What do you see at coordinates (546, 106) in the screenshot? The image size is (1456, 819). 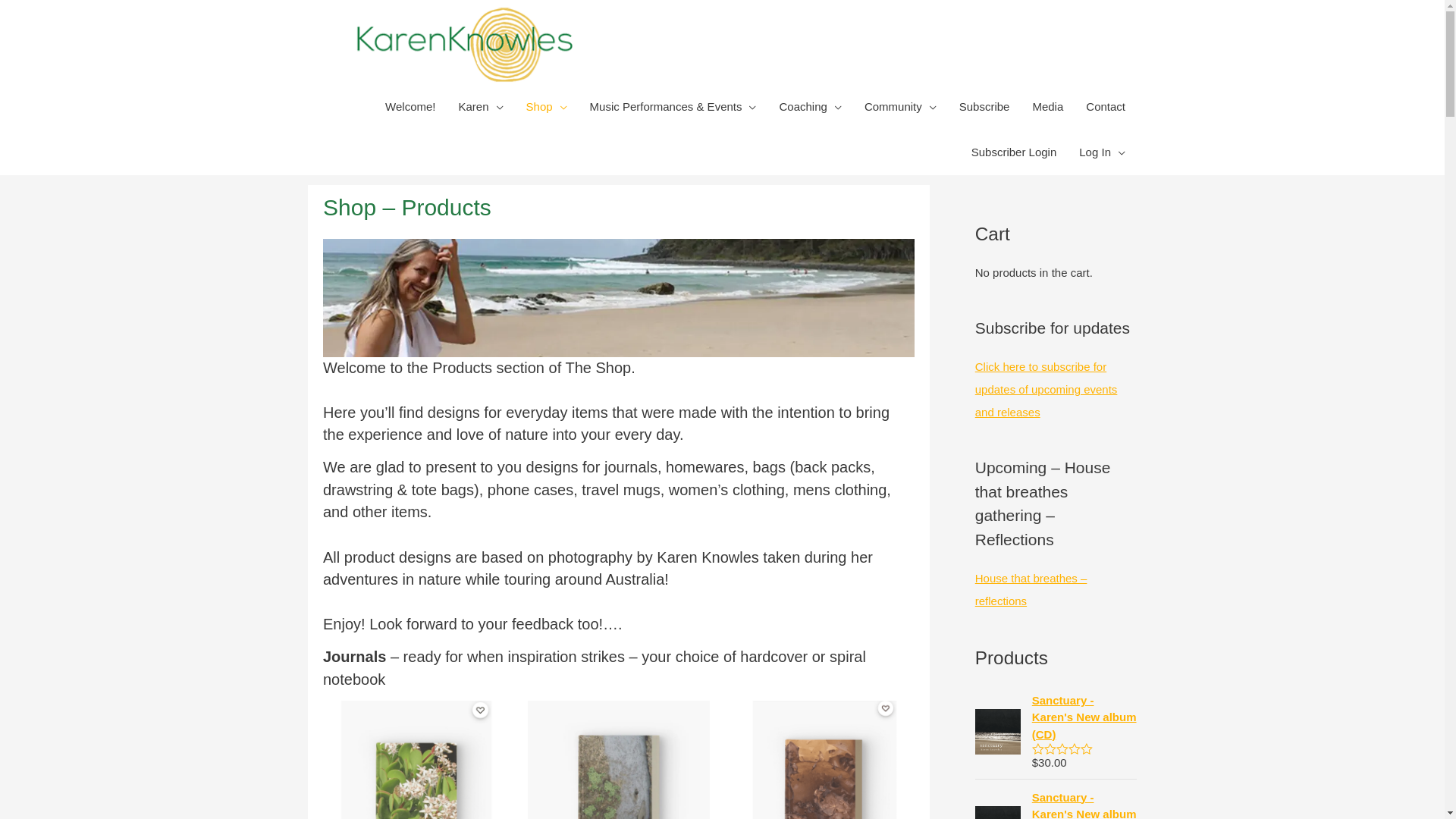 I see `'Shop'` at bounding box center [546, 106].